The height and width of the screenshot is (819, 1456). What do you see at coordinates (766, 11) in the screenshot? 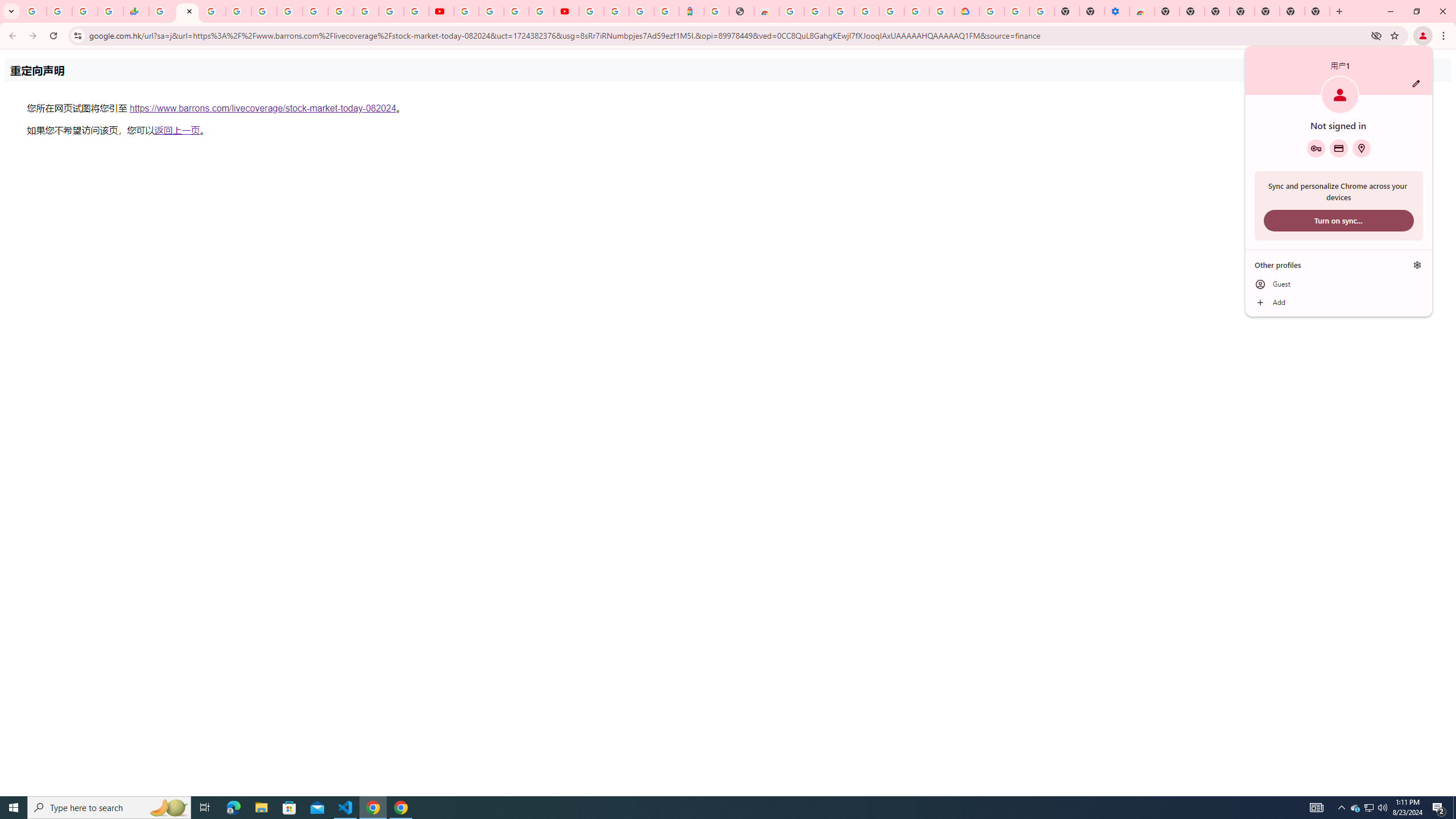
I see `'Chrome Web Store - Household'` at bounding box center [766, 11].